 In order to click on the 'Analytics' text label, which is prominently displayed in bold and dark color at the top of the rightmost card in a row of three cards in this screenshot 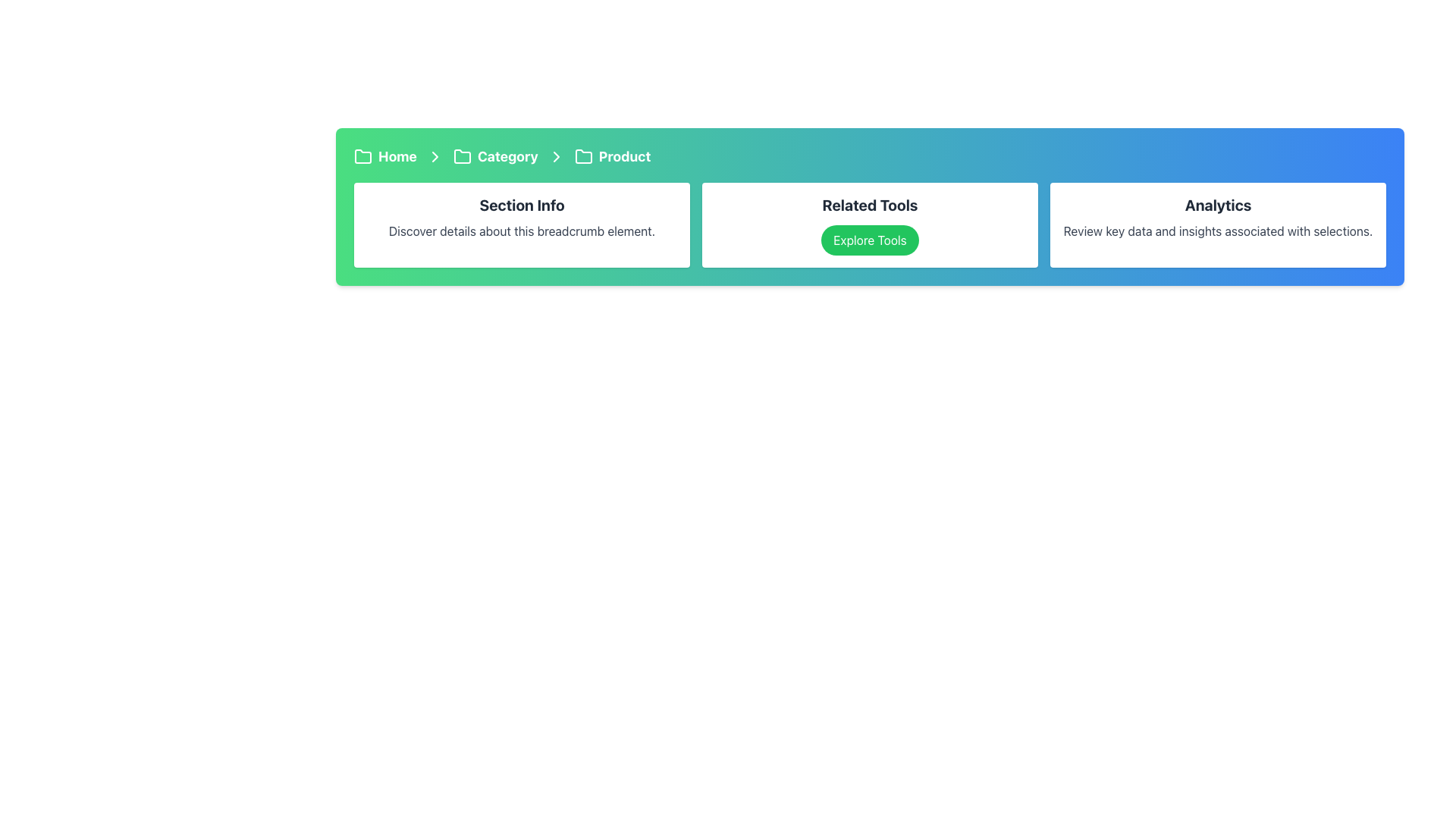, I will do `click(1218, 205)`.